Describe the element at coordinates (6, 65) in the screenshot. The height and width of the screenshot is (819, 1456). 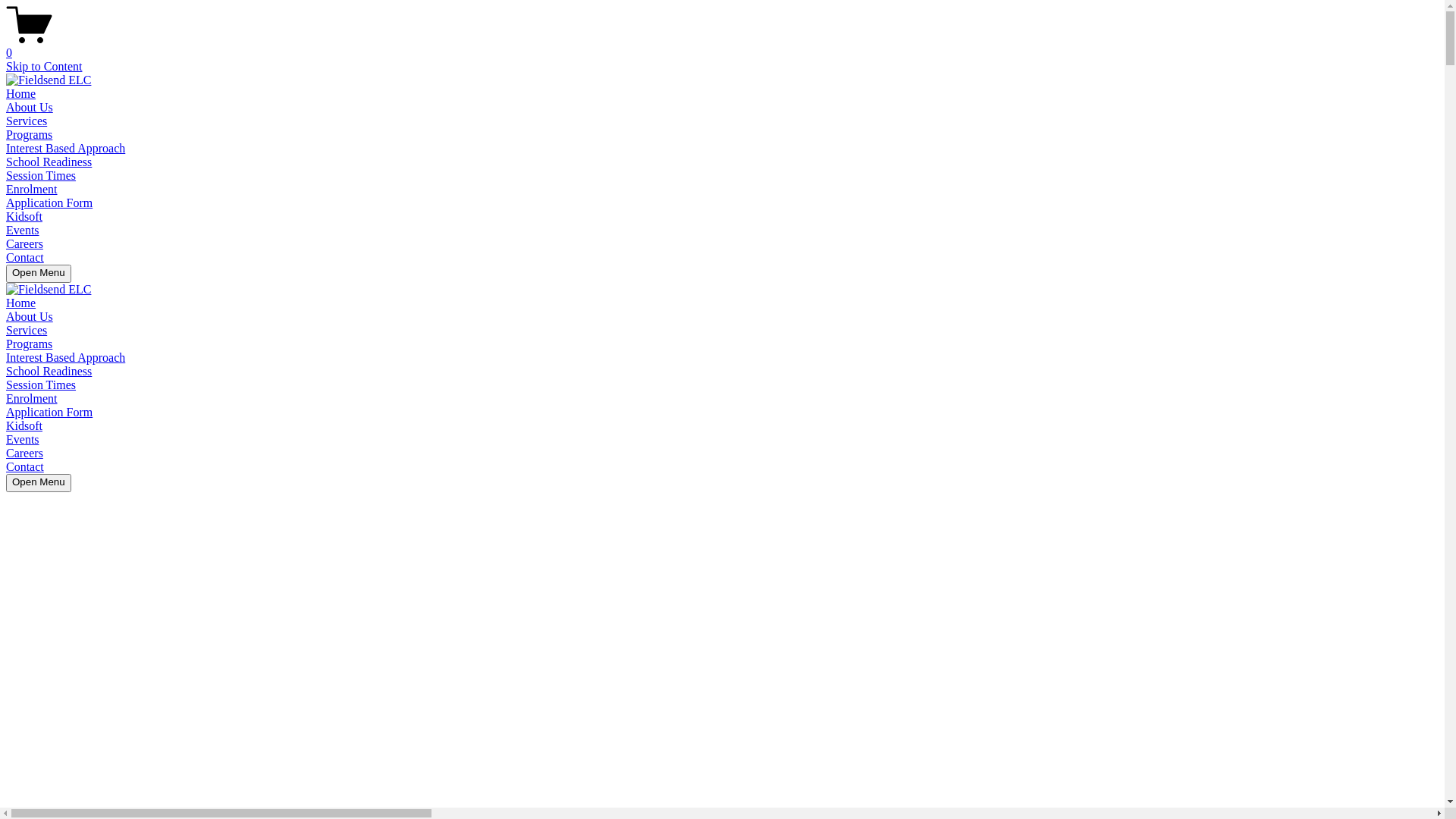
I see `'Skip to Content'` at that location.